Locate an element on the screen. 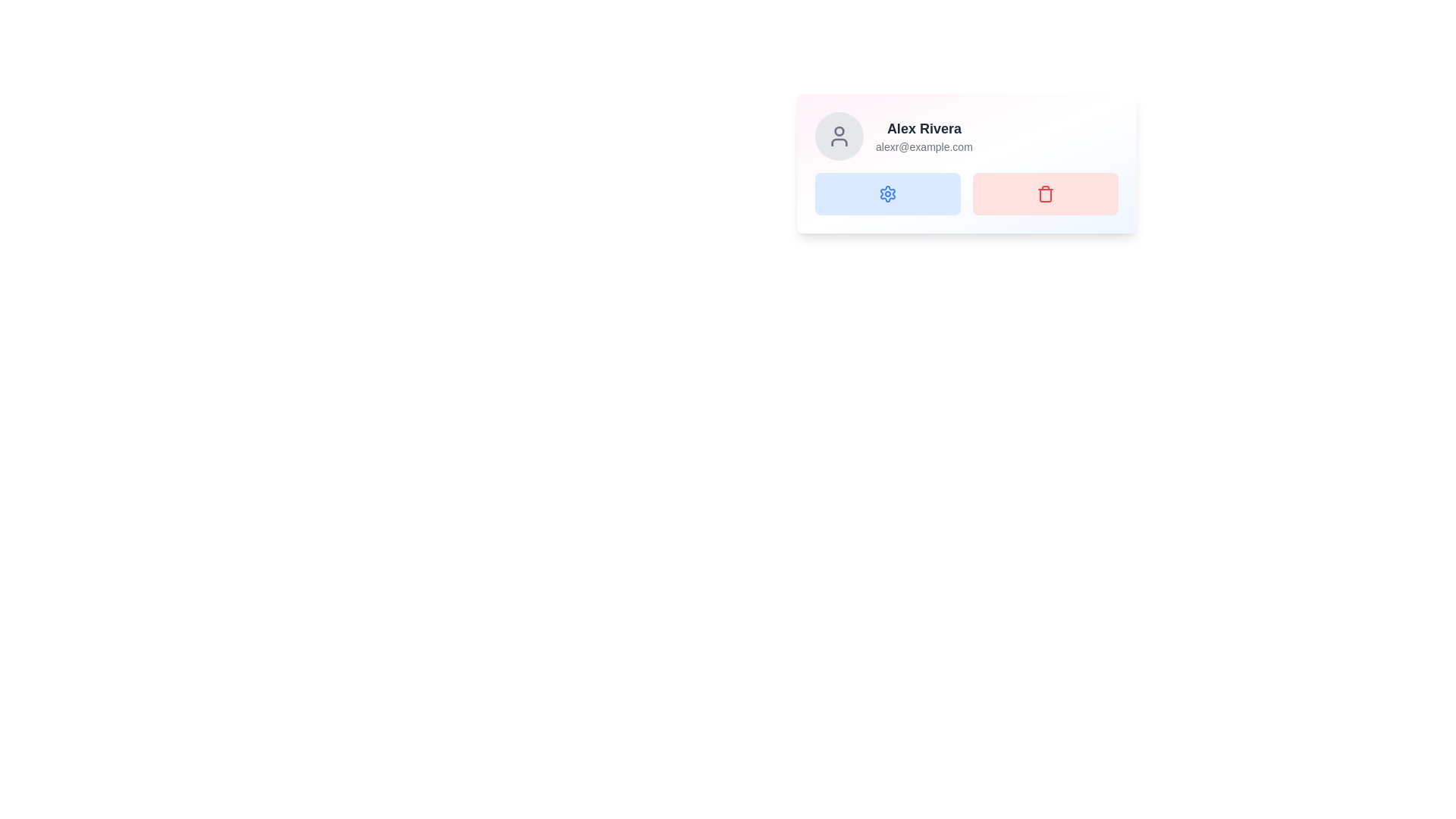  the user icon, which is a gray outline of a person within a circular area, located at the top left of a card-like component is located at coordinates (839, 136).